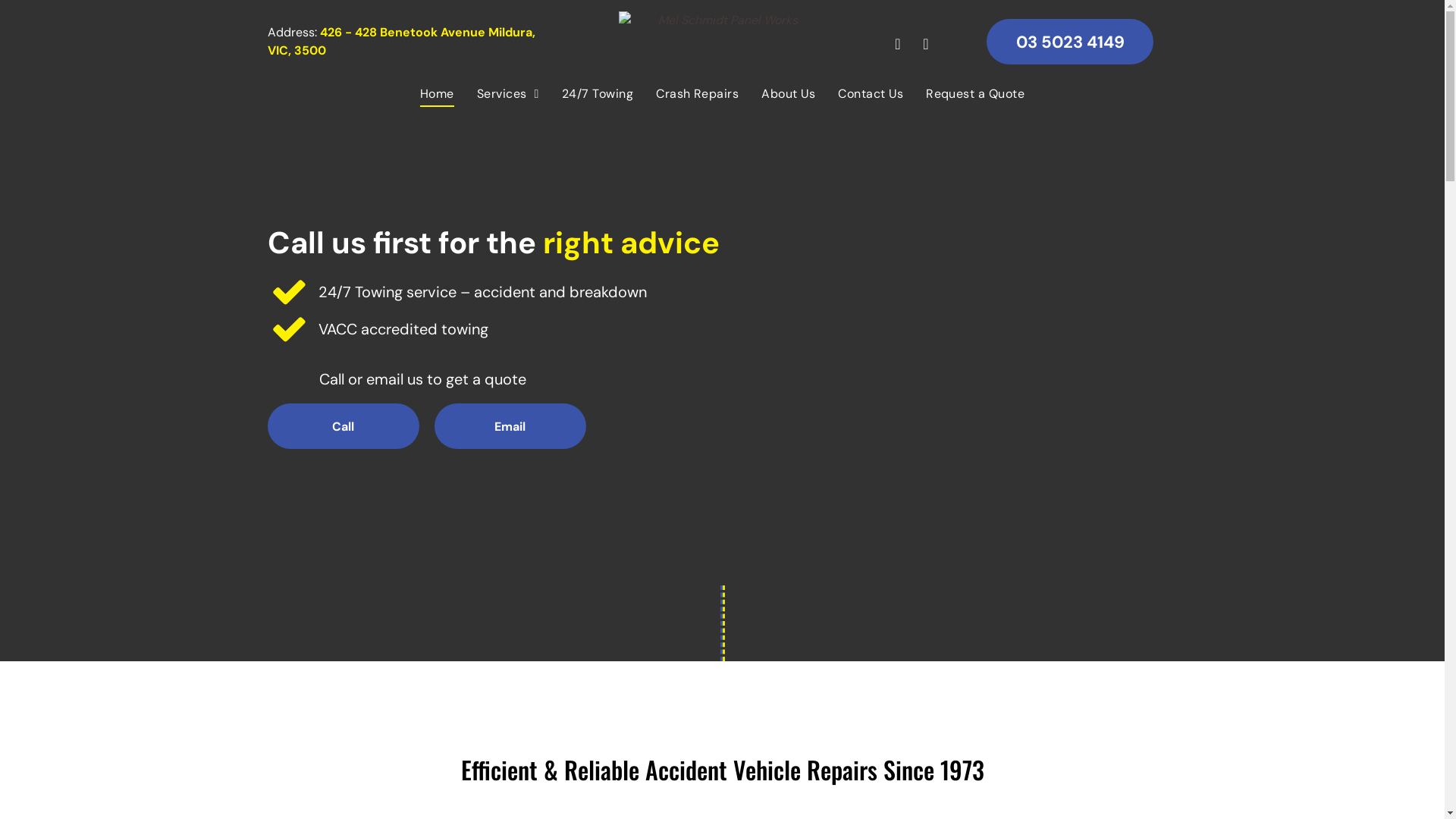 This screenshot has height=819, width=1456. I want to click on 'Mel Schmidt Panel Works', so click(720, 37).